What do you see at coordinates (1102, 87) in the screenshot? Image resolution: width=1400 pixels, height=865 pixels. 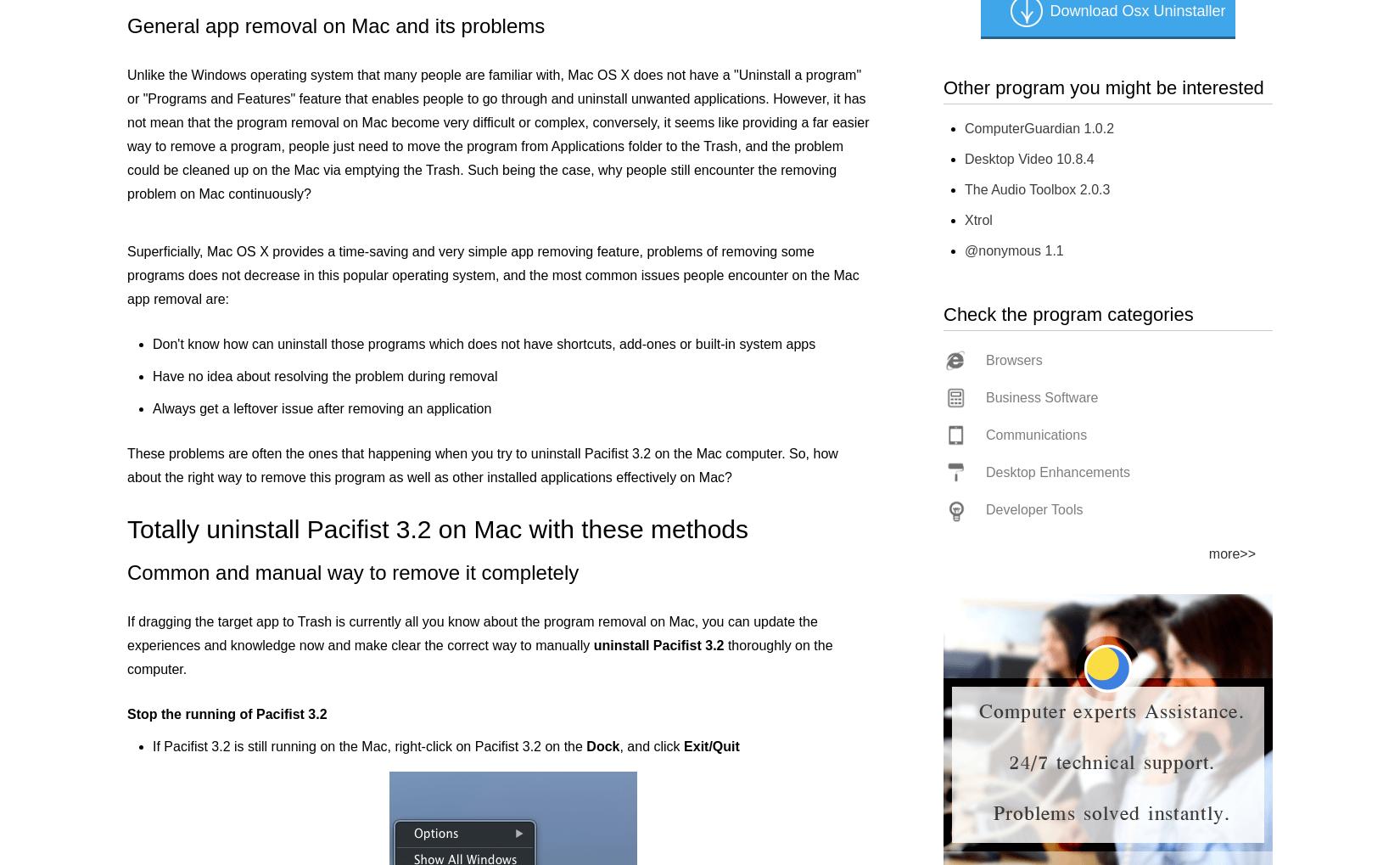 I see `'Other program you might be interested'` at bounding box center [1102, 87].